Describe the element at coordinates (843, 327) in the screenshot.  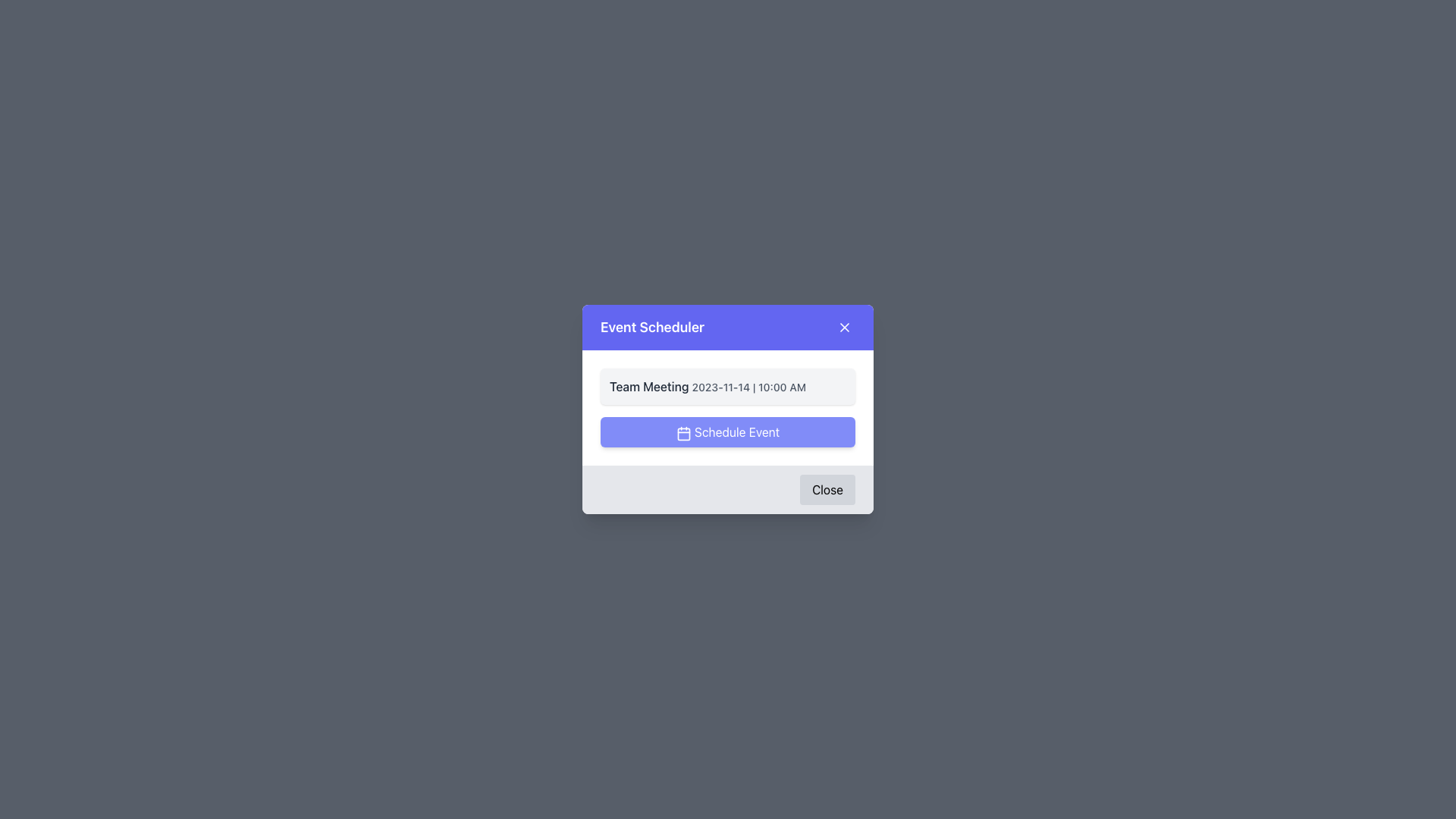
I see `the small circular button with an 'X' icon located in the top-right corner of the modal's purple header` at that location.